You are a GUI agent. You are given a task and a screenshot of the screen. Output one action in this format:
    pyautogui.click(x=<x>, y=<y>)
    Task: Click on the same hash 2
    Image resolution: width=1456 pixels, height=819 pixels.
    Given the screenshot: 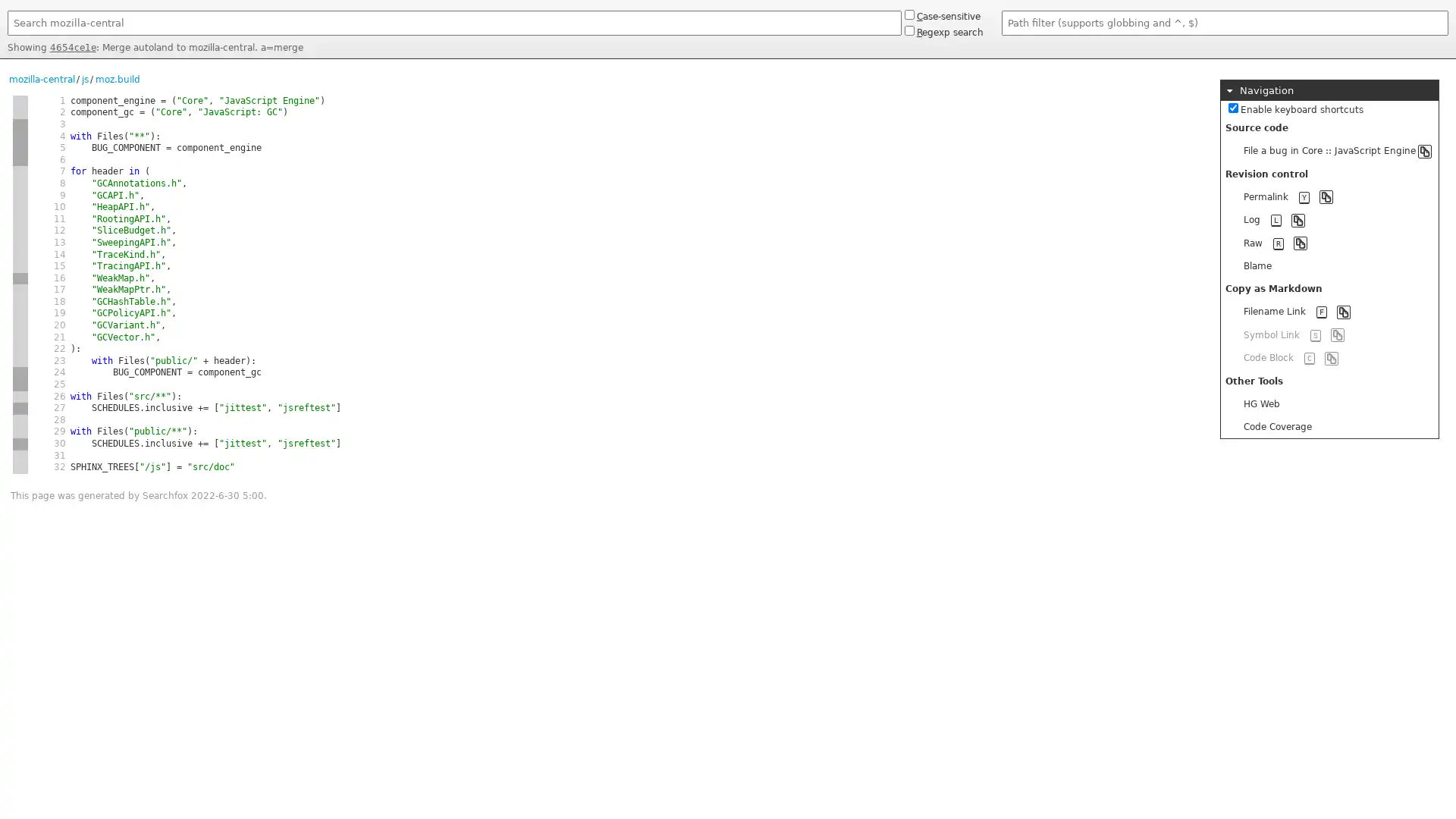 What is the action you would take?
    pyautogui.click(x=20, y=384)
    